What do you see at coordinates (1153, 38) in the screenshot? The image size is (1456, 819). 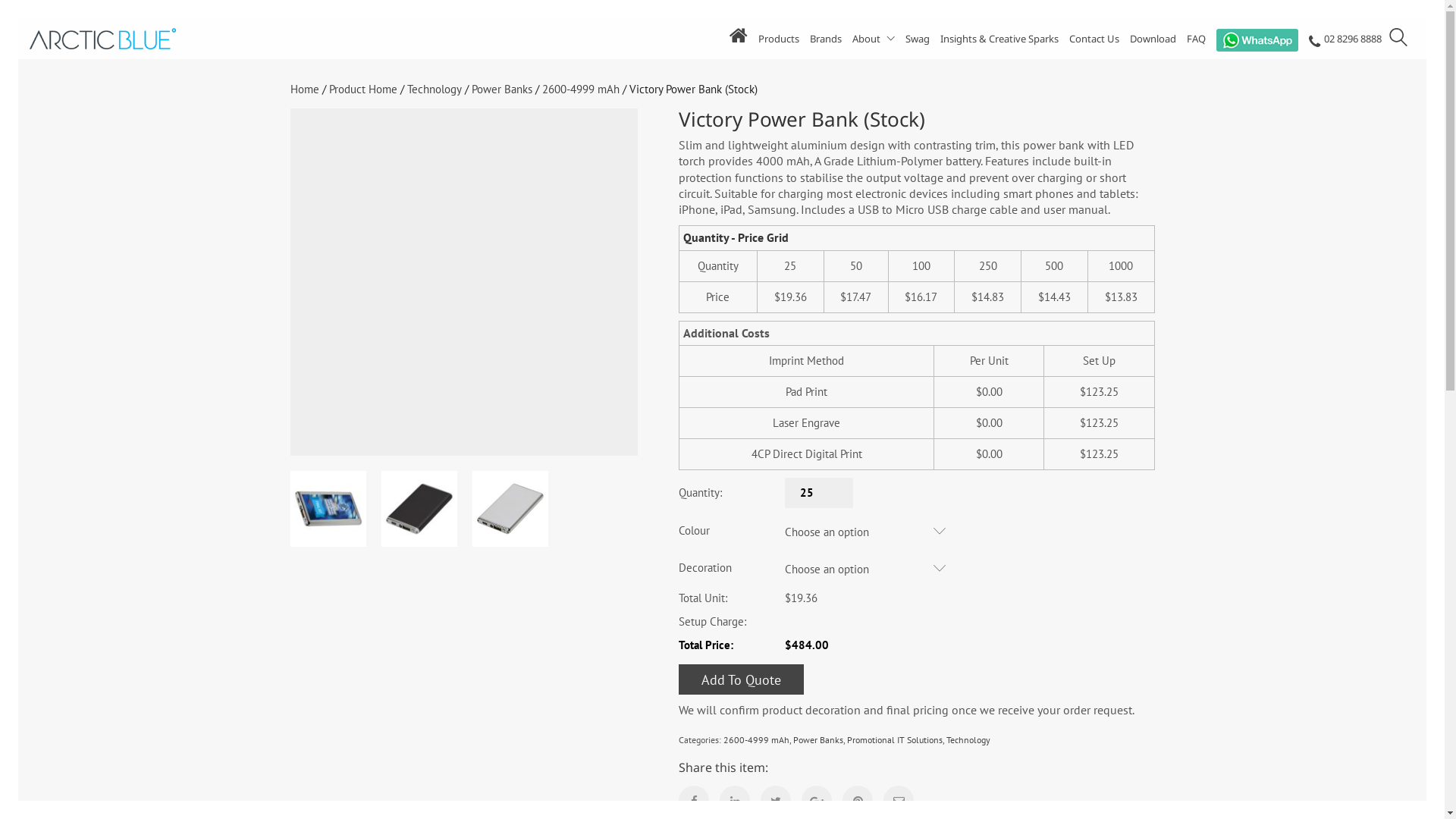 I see `'Download'` at bounding box center [1153, 38].